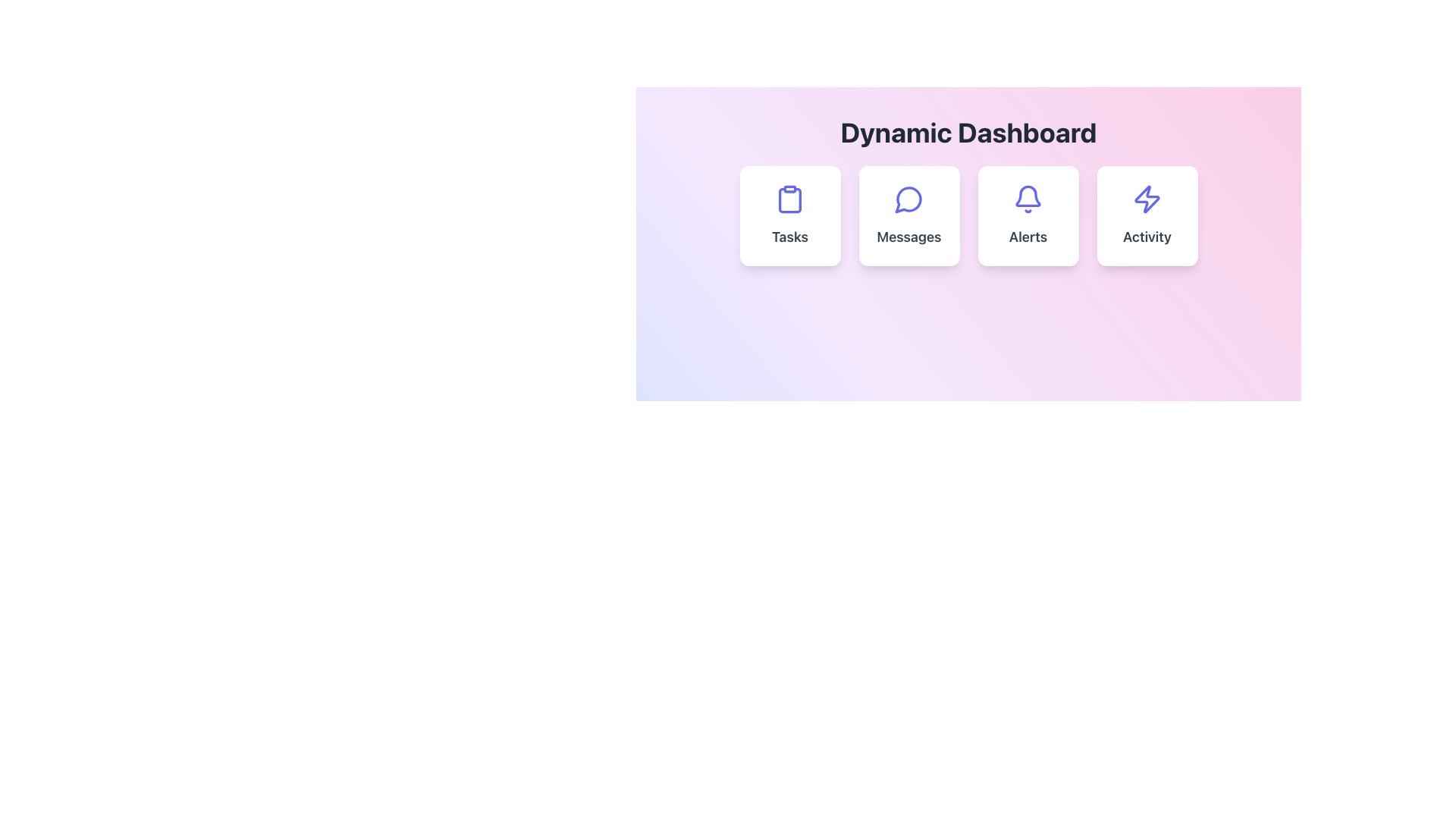  I want to click on the 'Activity' button, which is a rectangular card with a white background, rounded corners, a blue lightning bolt icon, and bold gray text, located in the grid under 'Dynamic Dashboard', so click(1147, 216).